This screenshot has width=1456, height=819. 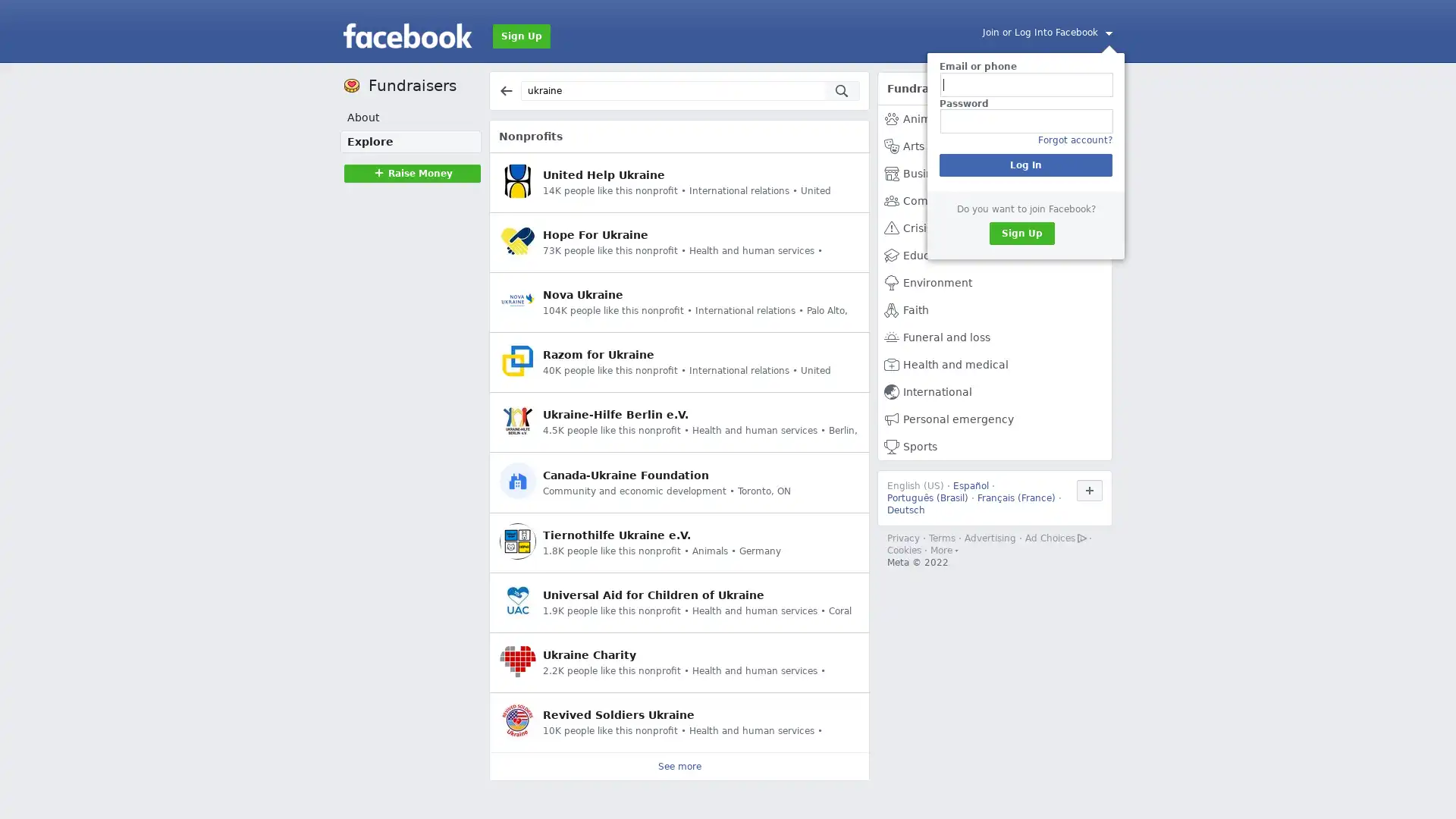 I want to click on Raise MoneyRaise Money, so click(x=412, y=171).